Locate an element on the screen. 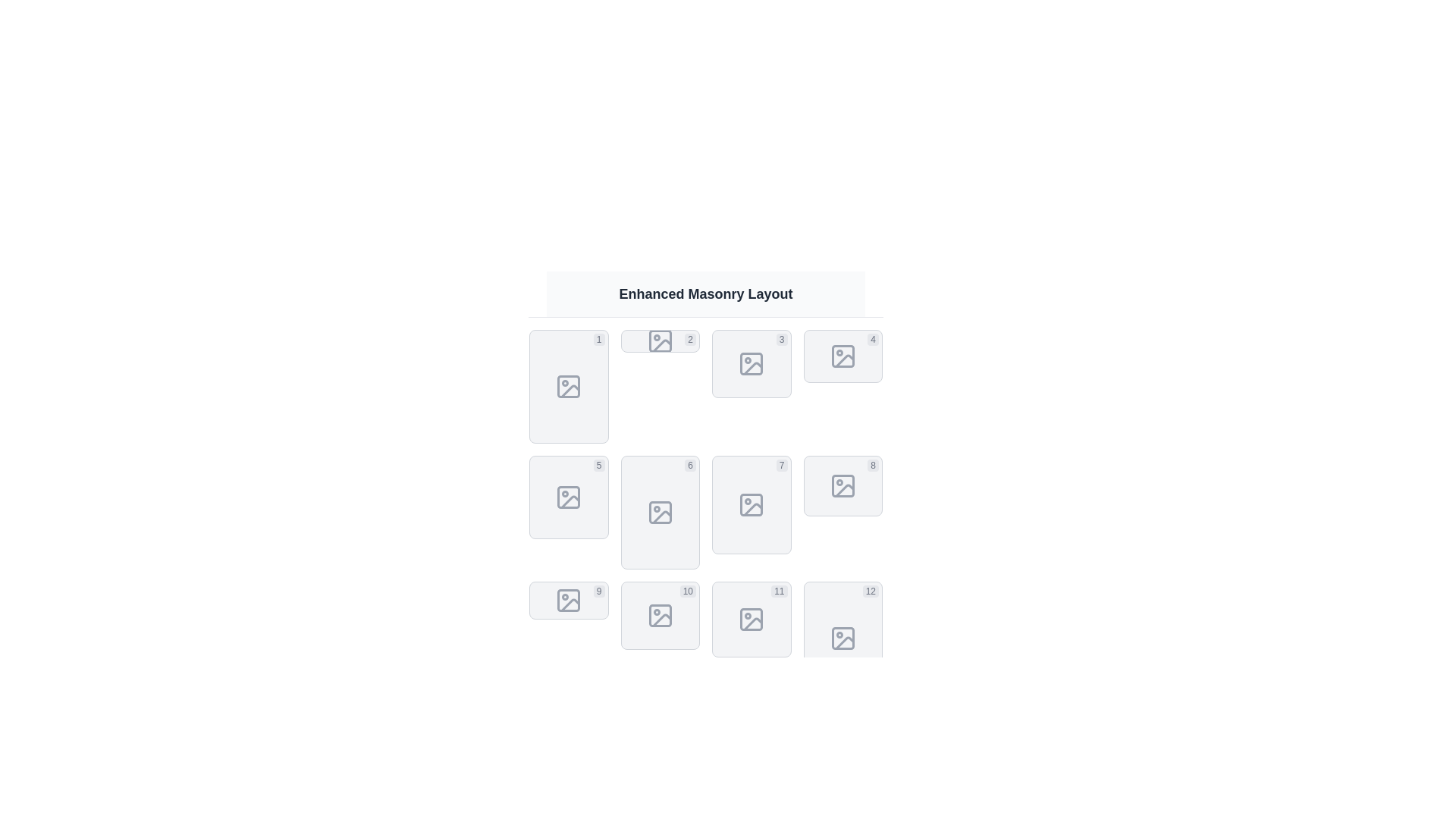 The image size is (1456, 819). the SVG-based icon that depicts an image with a border, featuring a circular detail at the top left and a slanted line across the lower right, styled in gray color, located in the tenth grid item of a 4-row layout is located at coordinates (660, 616).